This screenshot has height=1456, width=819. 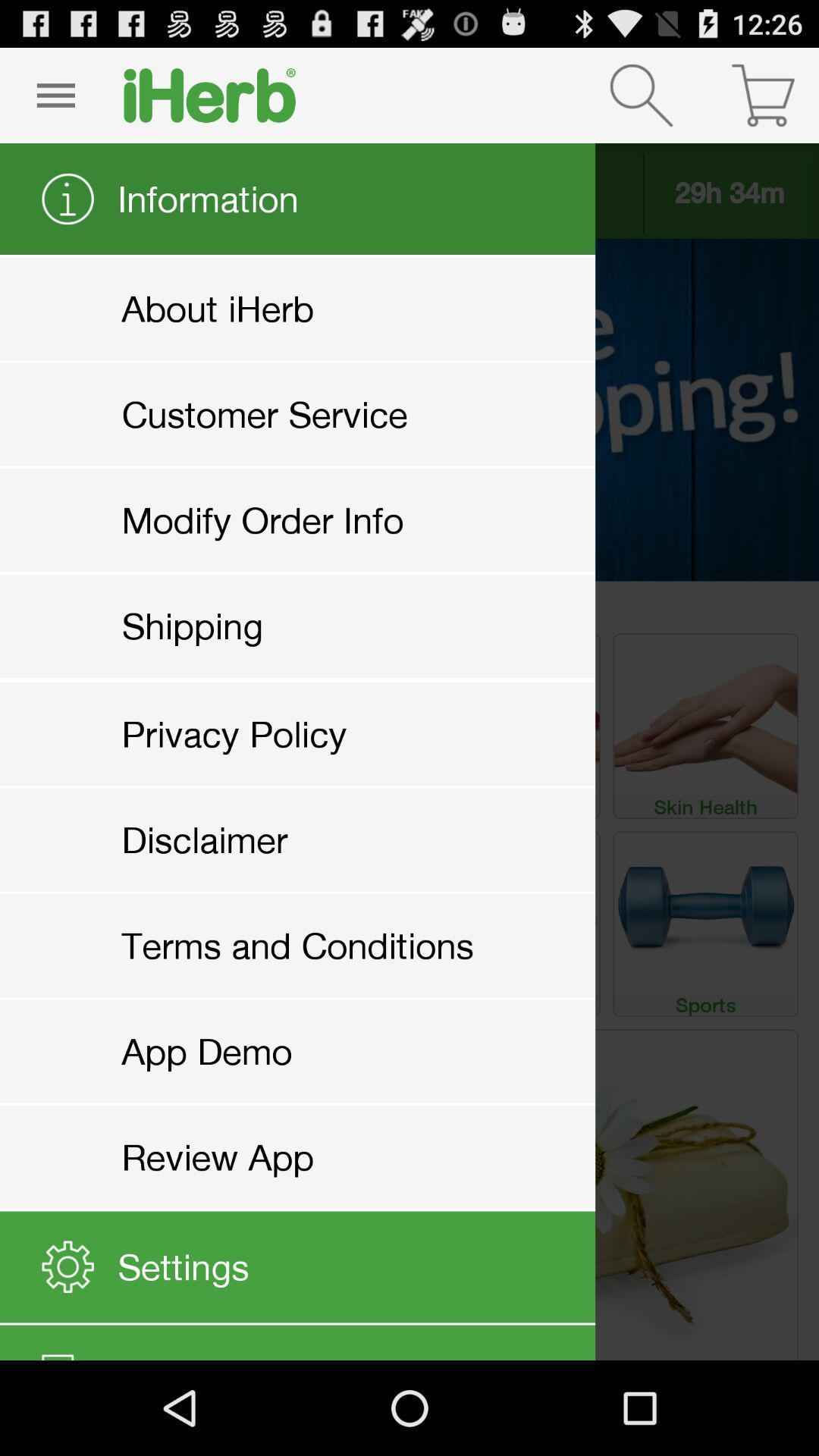 I want to click on the search icon, so click(x=641, y=101).